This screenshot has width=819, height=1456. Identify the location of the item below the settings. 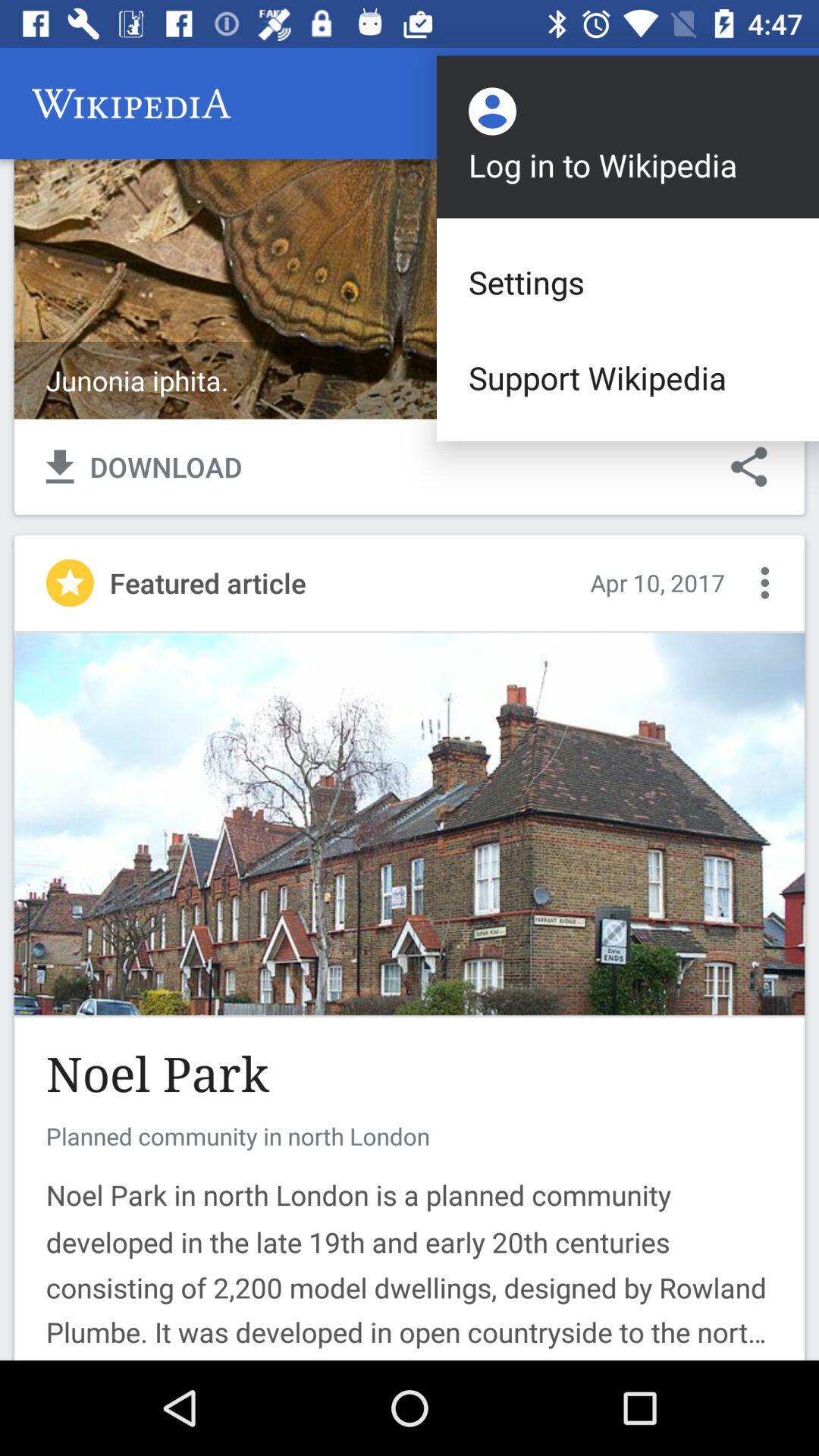
(628, 378).